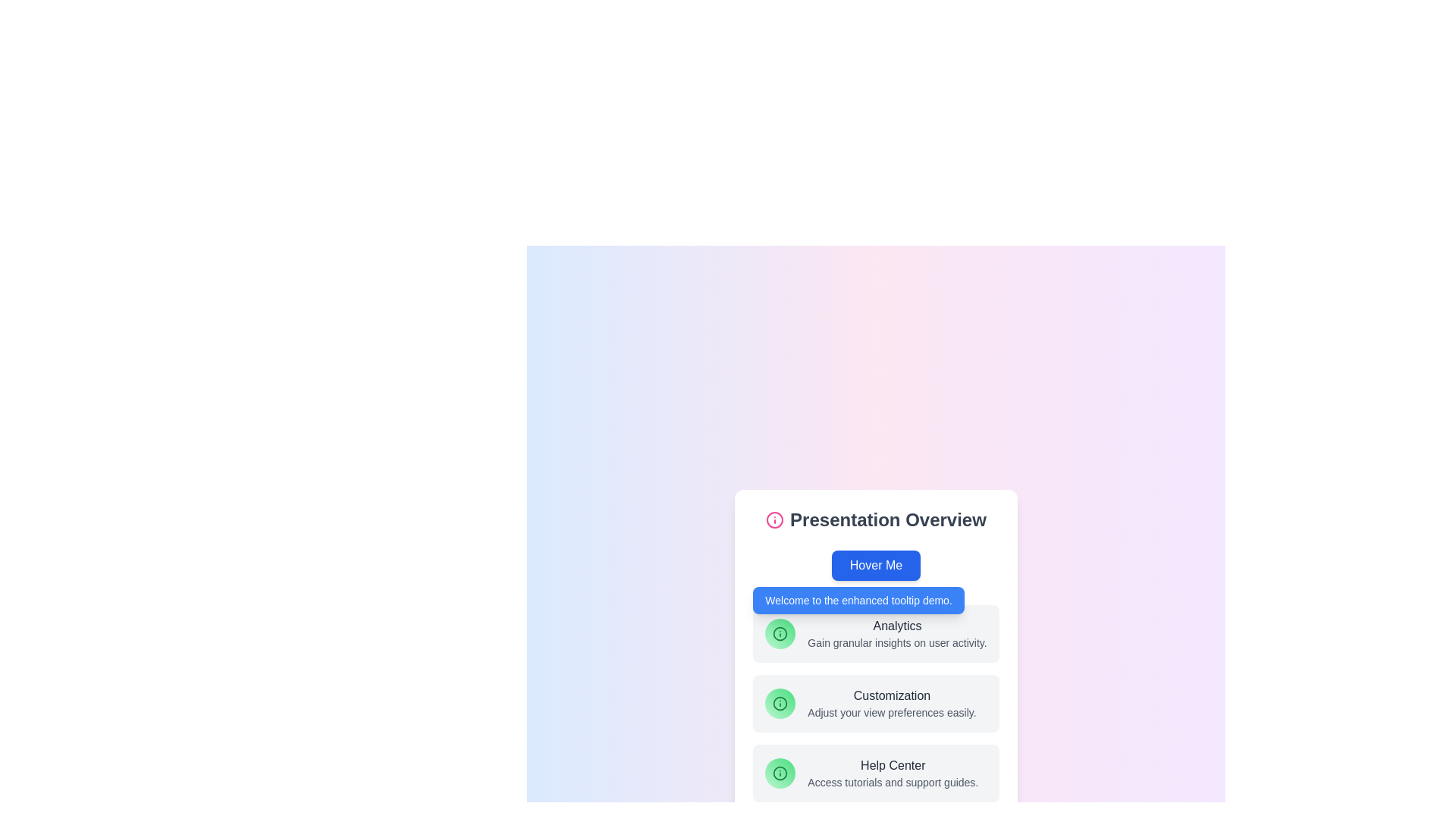  What do you see at coordinates (897, 626) in the screenshot?
I see `the text element that reads 'Analytics', which is displayed in a medium-sized, bold dark gray font on a light background, located centrally above additional descriptive text` at bounding box center [897, 626].